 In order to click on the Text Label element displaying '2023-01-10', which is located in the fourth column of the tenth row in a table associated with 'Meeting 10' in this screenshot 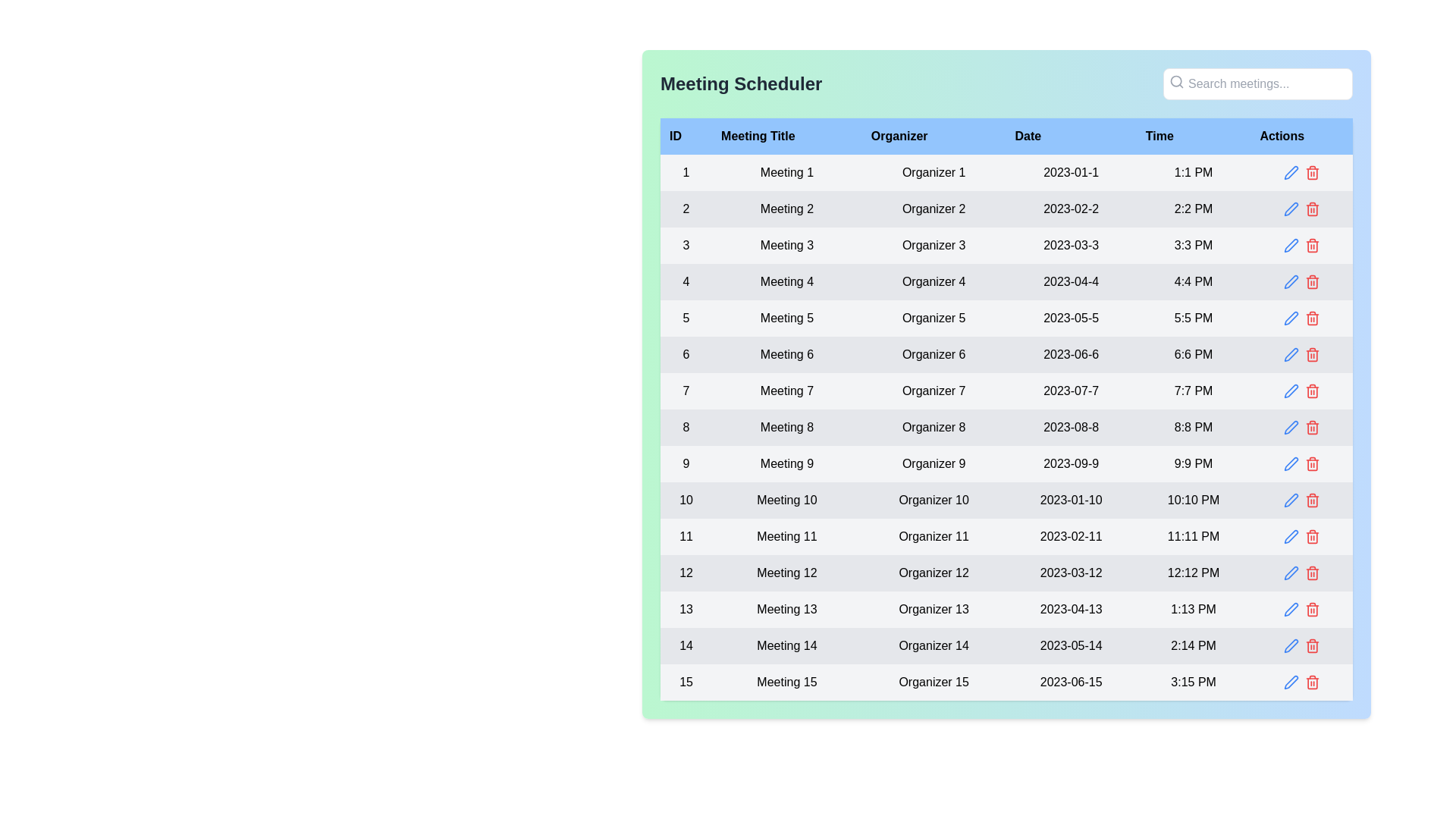, I will do `click(1070, 500)`.